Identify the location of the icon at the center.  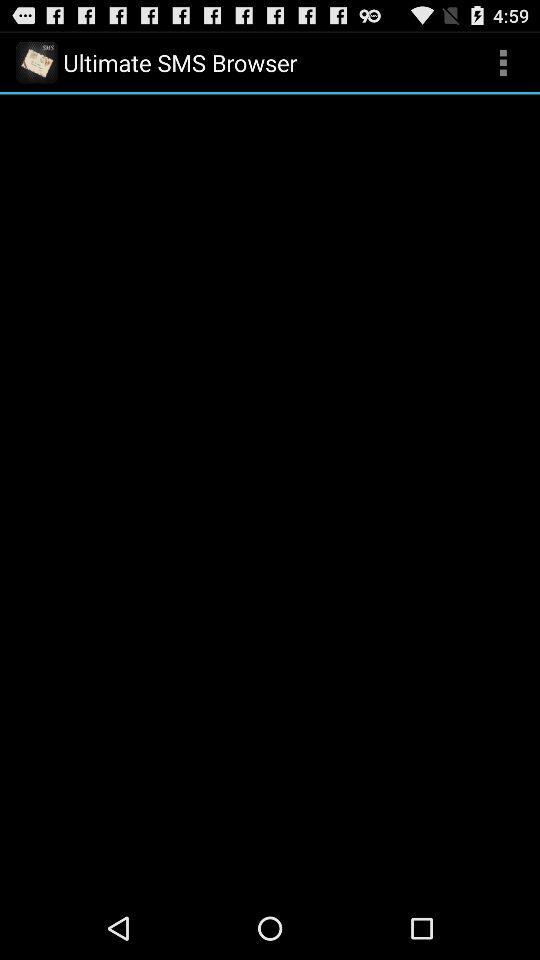
(270, 494).